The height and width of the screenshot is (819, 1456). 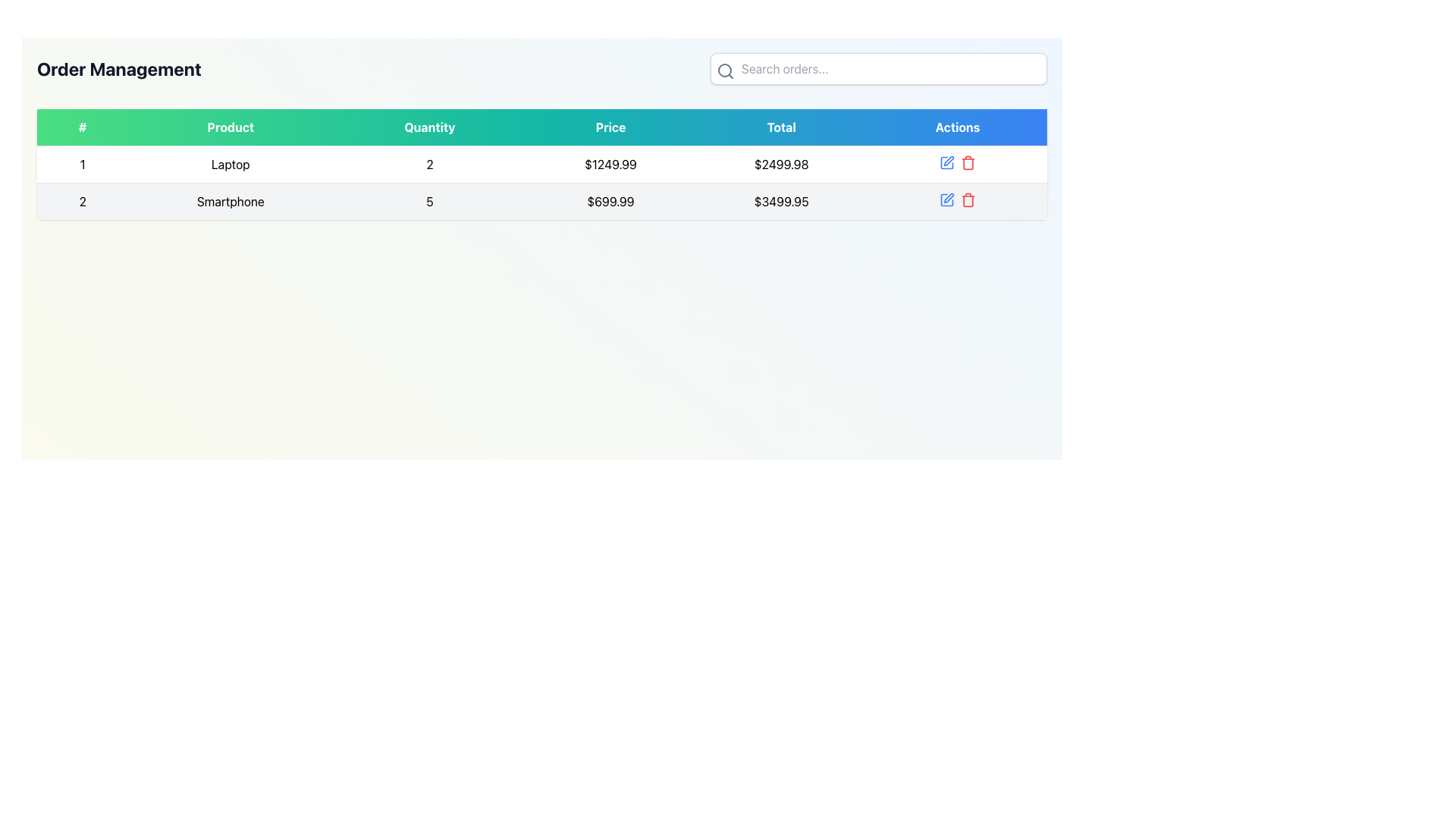 What do you see at coordinates (967, 199) in the screenshot?
I see `the delete icon located in the actions column of the second row in the table` at bounding box center [967, 199].